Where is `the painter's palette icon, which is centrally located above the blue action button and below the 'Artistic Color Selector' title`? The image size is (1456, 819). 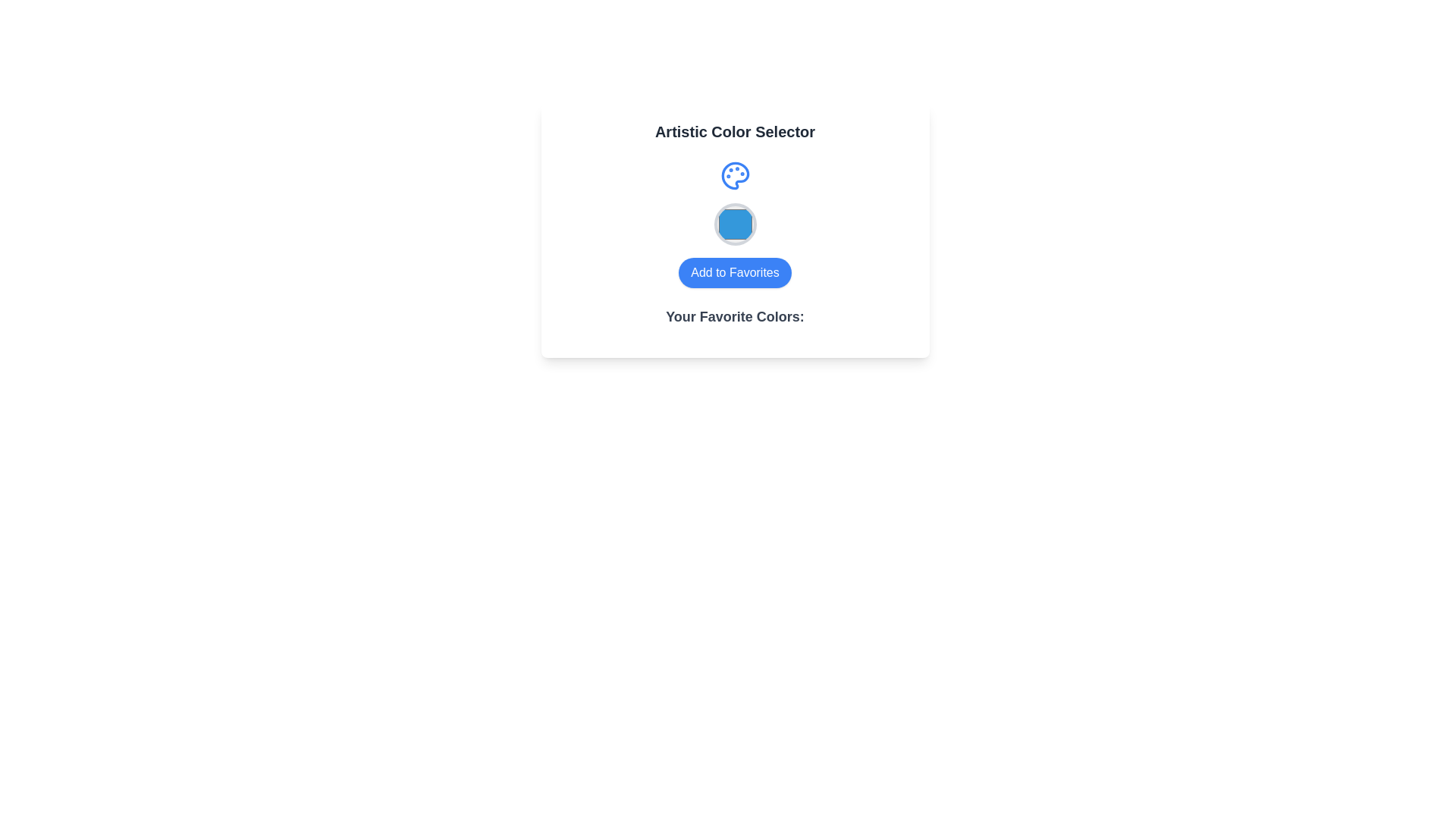 the painter's palette icon, which is centrally located above the blue action button and below the 'Artistic Color Selector' title is located at coordinates (735, 174).